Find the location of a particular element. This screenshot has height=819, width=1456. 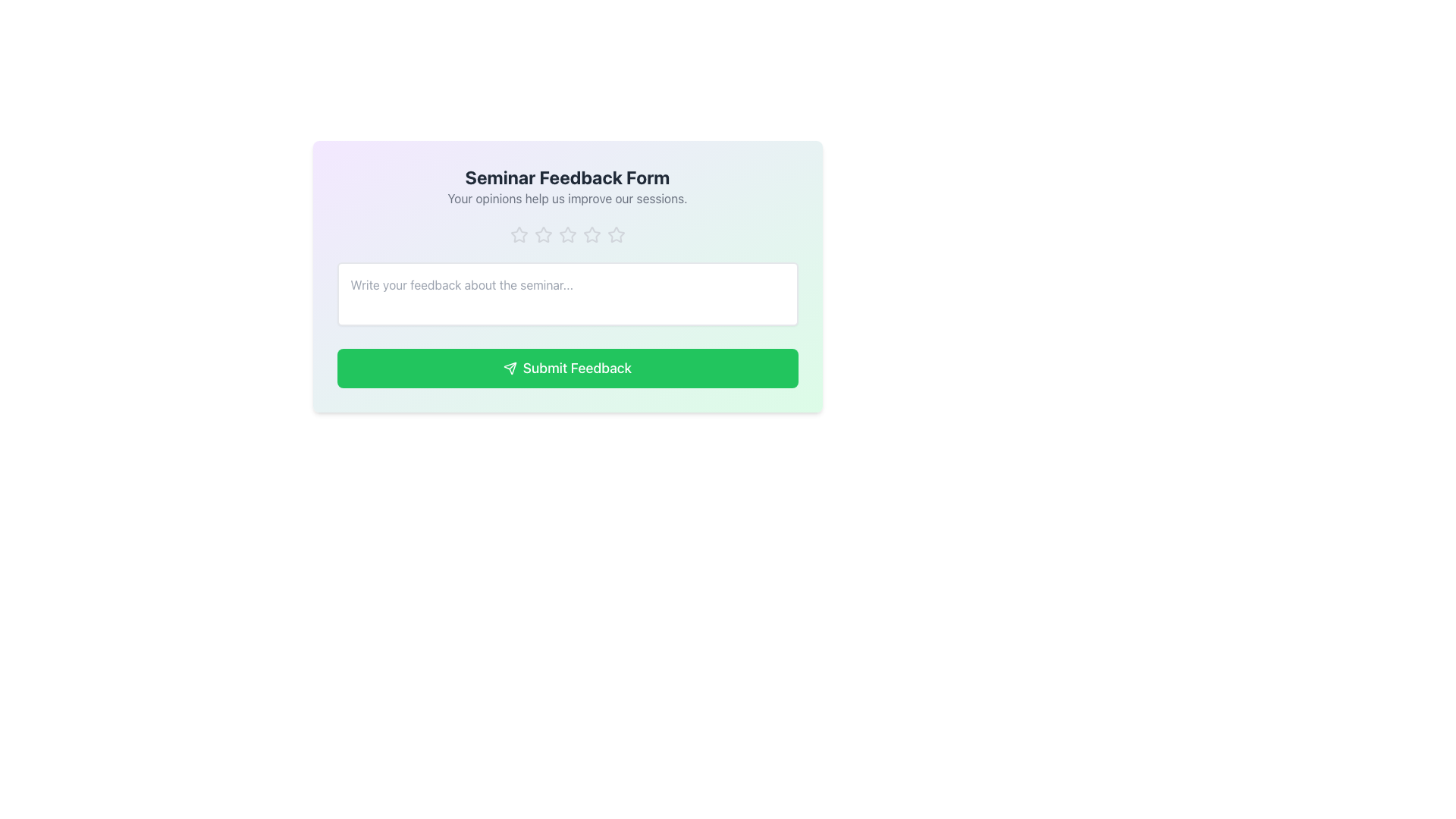

the 'Submit Feedback' button, which is a rectangular button with a vivid green background and white bold text, located at the bottom of the 'Seminar Feedback Form.' is located at coordinates (566, 369).